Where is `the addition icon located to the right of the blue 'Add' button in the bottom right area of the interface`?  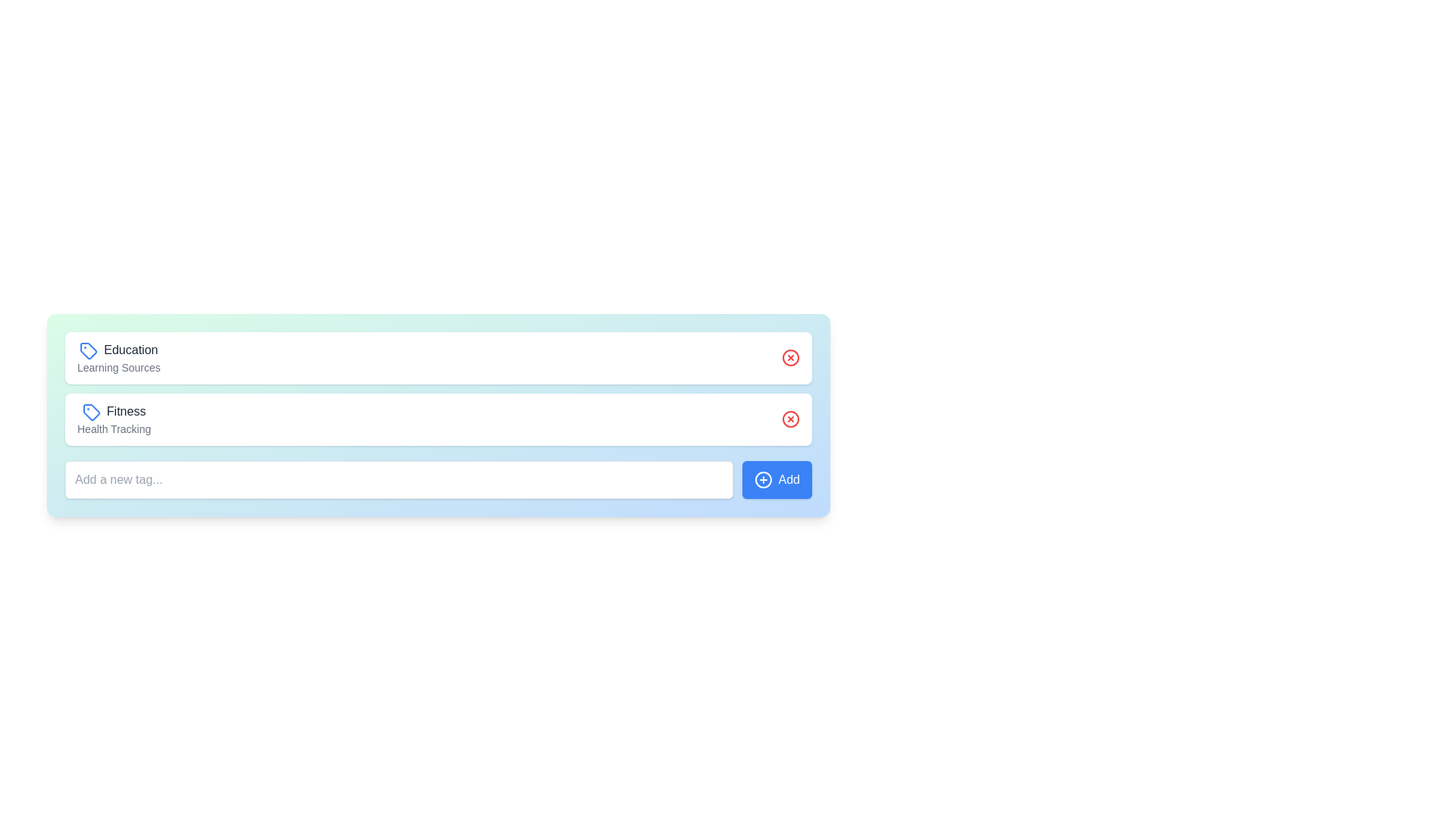 the addition icon located to the right of the blue 'Add' button in the bottom right area of the interface is located at coordinates (763, 479).